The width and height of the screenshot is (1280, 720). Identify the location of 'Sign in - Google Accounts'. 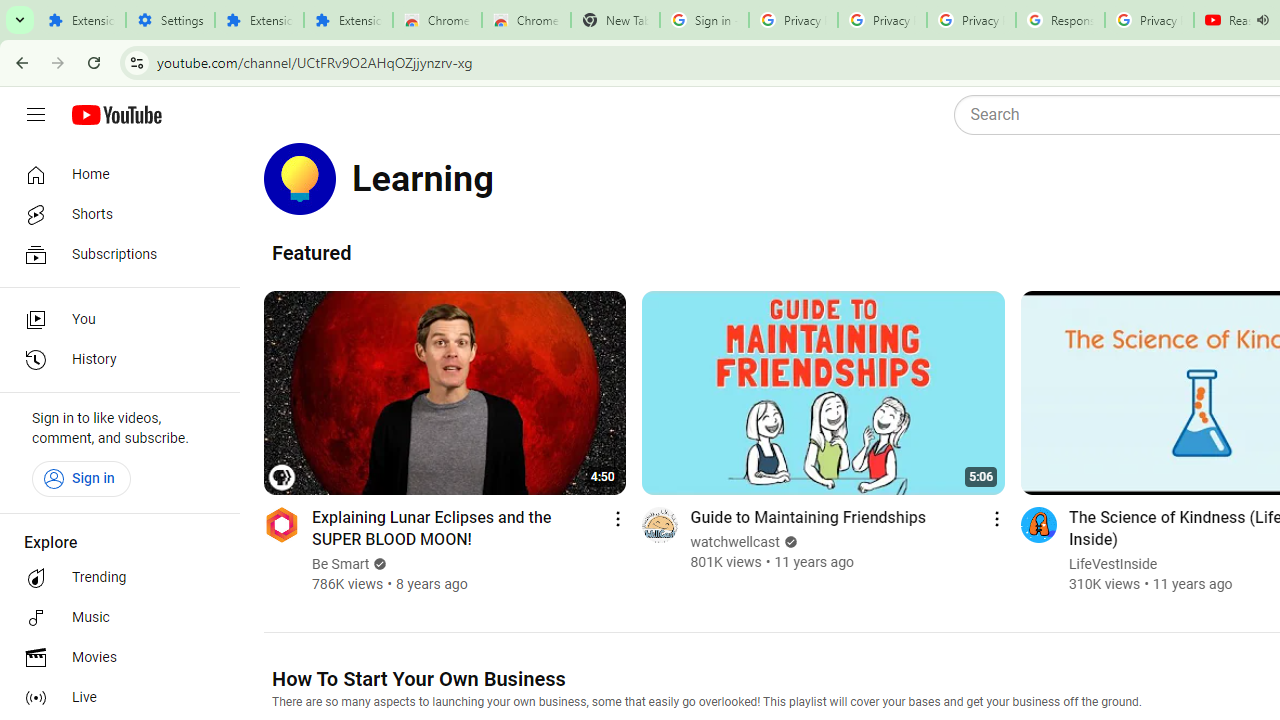
(704, 20).